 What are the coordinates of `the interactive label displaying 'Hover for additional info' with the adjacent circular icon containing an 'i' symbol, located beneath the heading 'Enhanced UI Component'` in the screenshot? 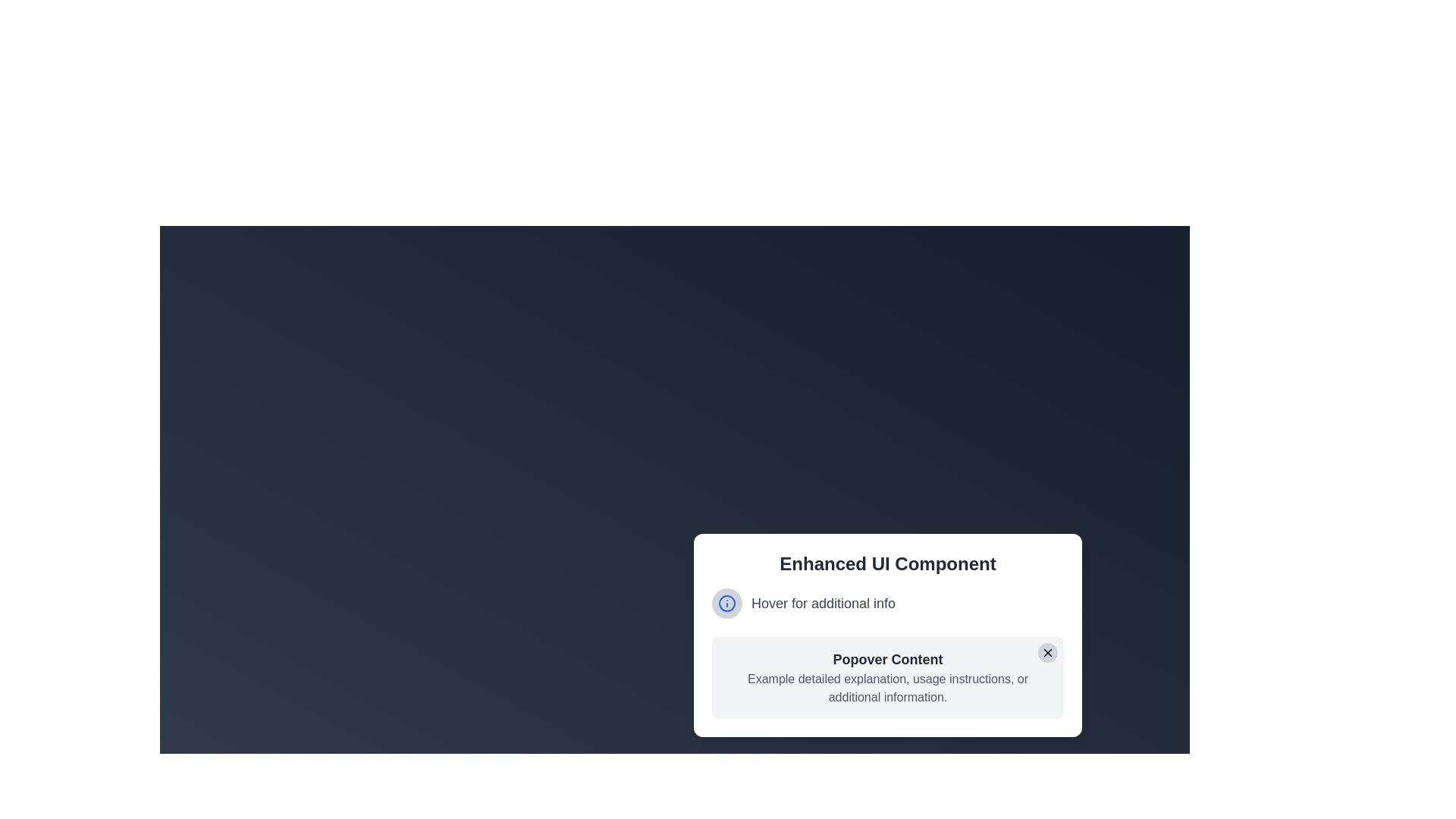 It's located at (888, 602).